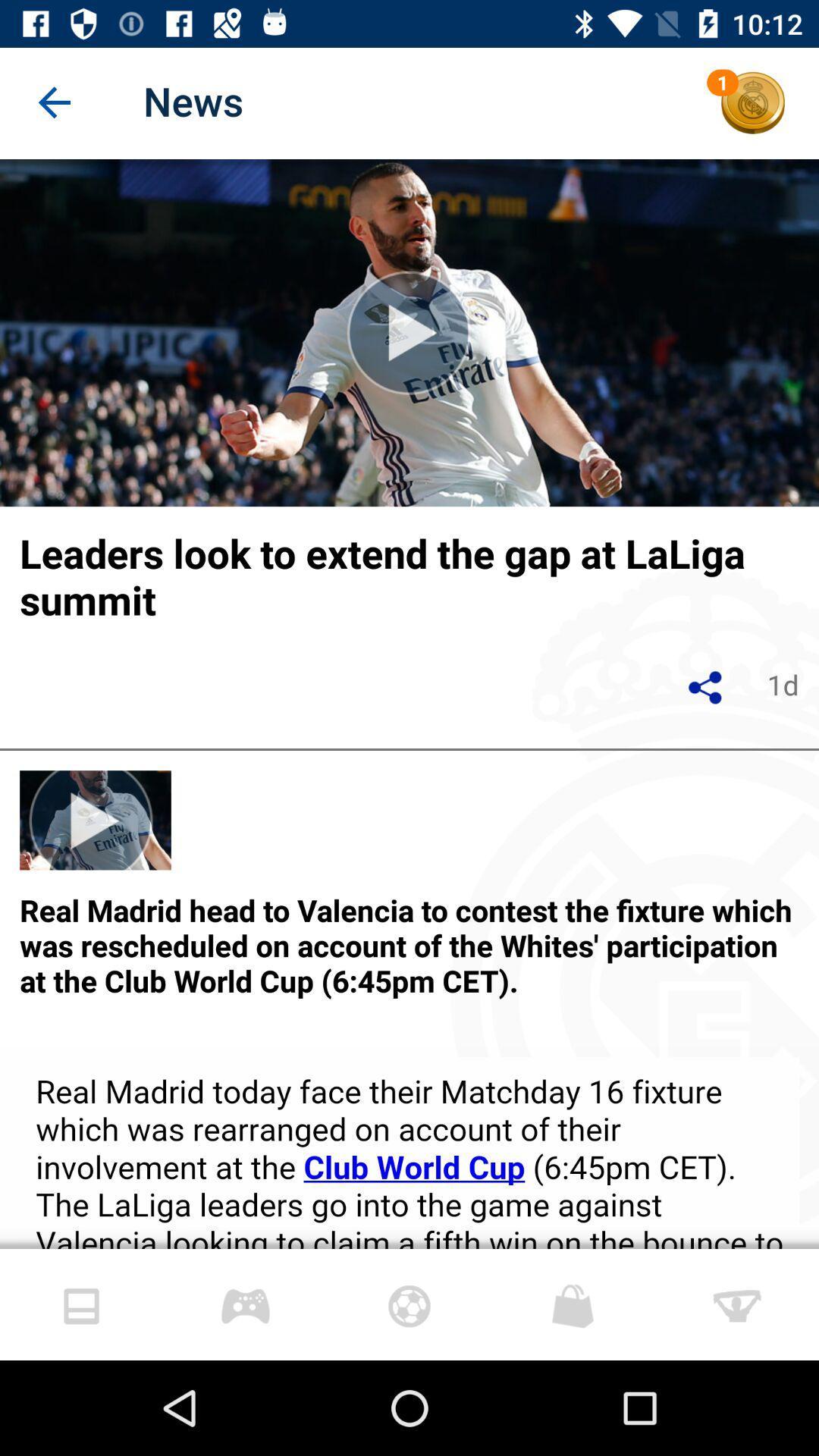  Describe the element at coordinates (409, 331) in the screenshot. I see `the play icon` at that location.